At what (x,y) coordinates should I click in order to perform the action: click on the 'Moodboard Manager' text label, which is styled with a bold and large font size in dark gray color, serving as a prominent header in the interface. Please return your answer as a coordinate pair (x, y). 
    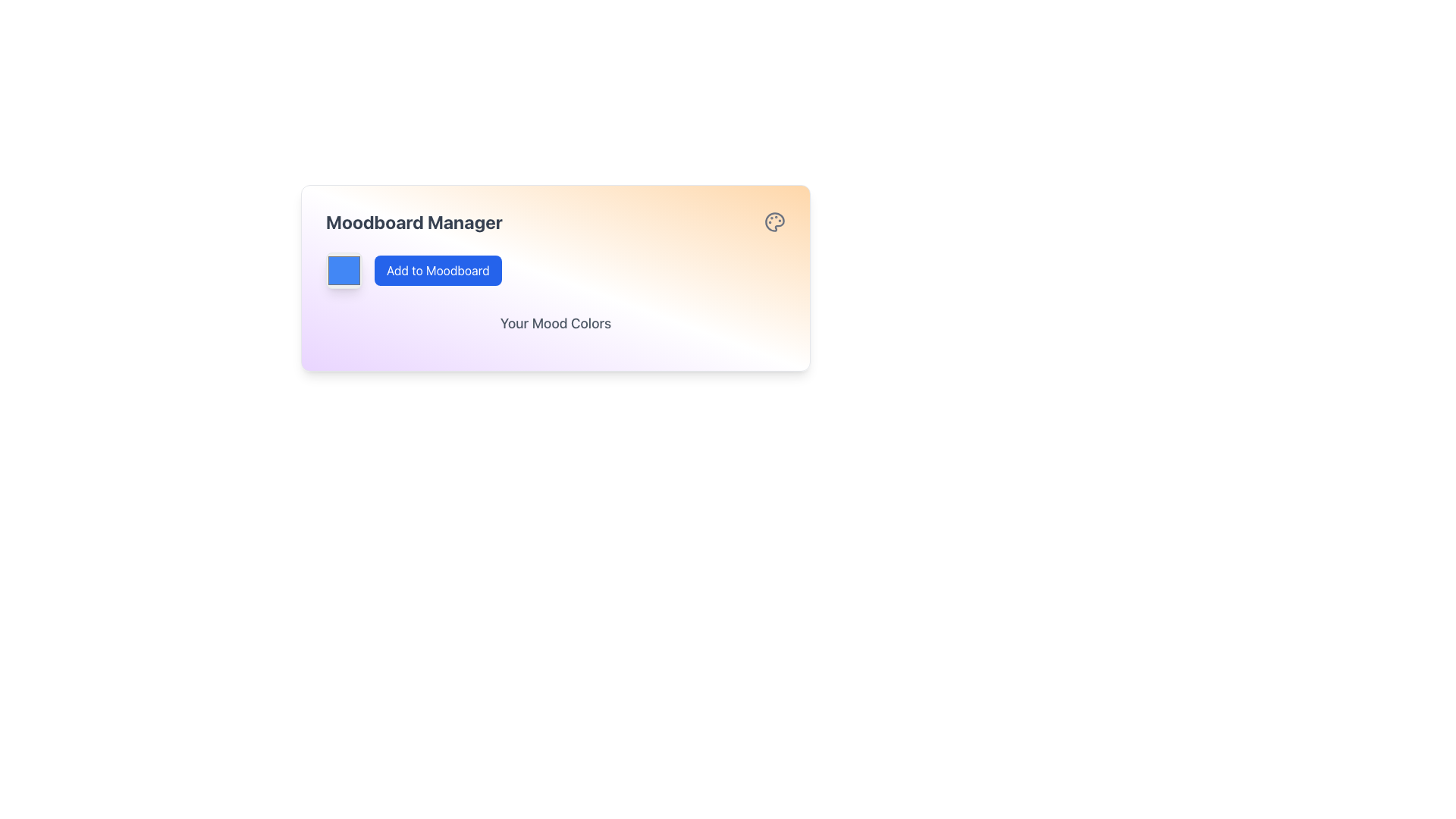
    Looking at the image, I should click on (414, 222).